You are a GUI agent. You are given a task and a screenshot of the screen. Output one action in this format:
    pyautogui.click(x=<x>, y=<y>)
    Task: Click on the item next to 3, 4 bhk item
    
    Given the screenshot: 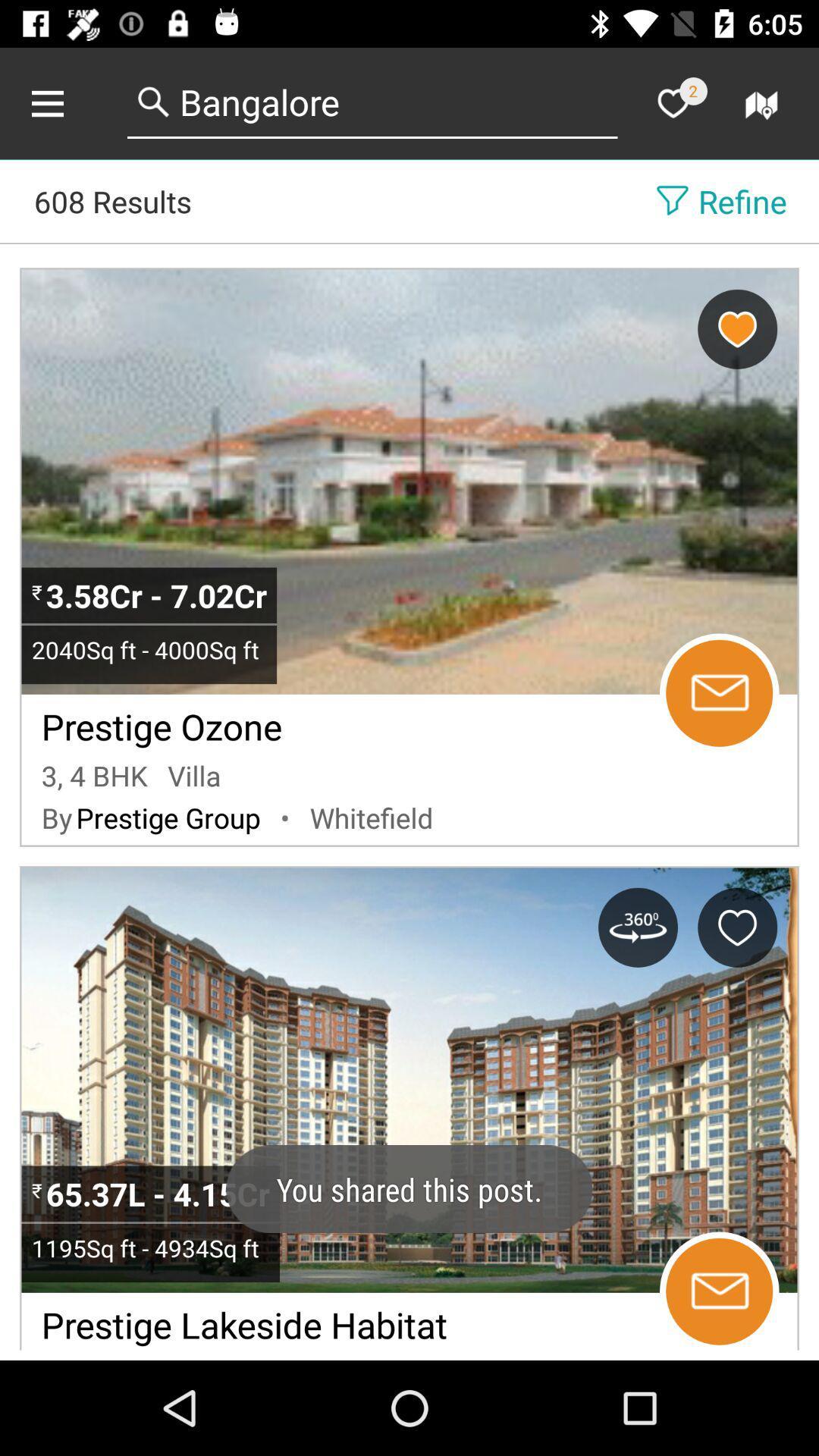 What is the action you would take?
    pyautogui.click(x=193, y=775)
    